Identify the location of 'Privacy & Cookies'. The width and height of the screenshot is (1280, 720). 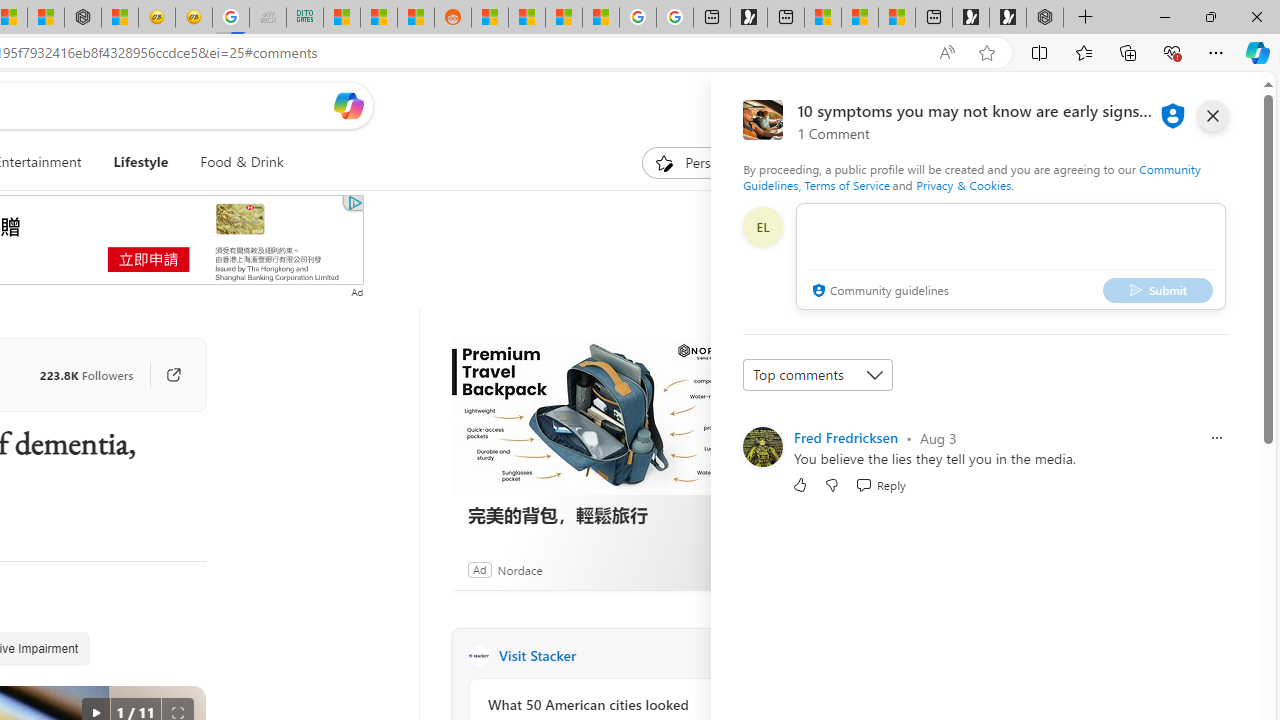
(964, 185).